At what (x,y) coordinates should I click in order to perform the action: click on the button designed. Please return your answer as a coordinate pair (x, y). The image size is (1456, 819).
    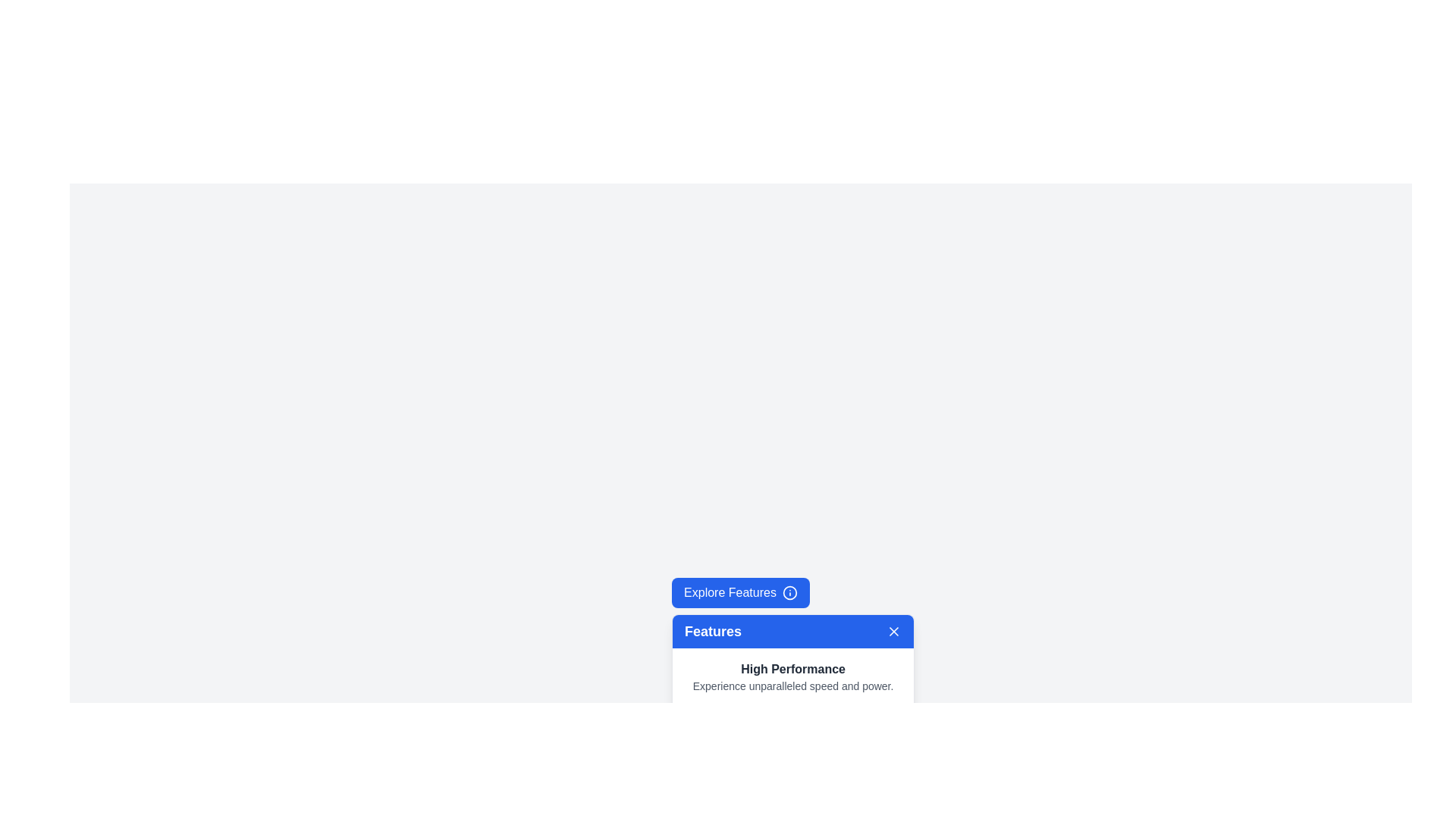
    Looking at the image, I should click on (741, 592).